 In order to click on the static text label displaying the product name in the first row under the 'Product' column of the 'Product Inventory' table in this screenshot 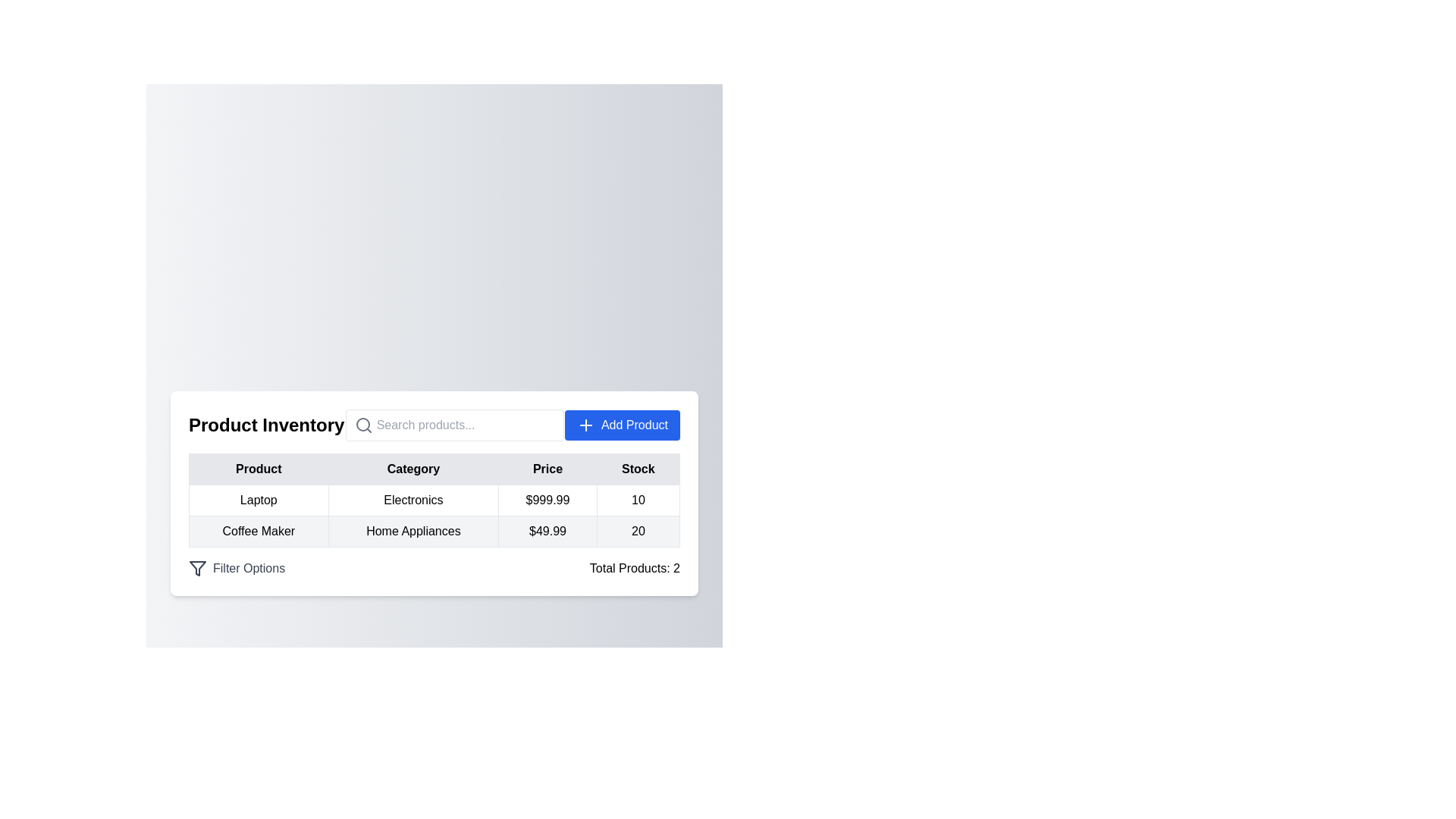, I will do `click(259, 500)`.